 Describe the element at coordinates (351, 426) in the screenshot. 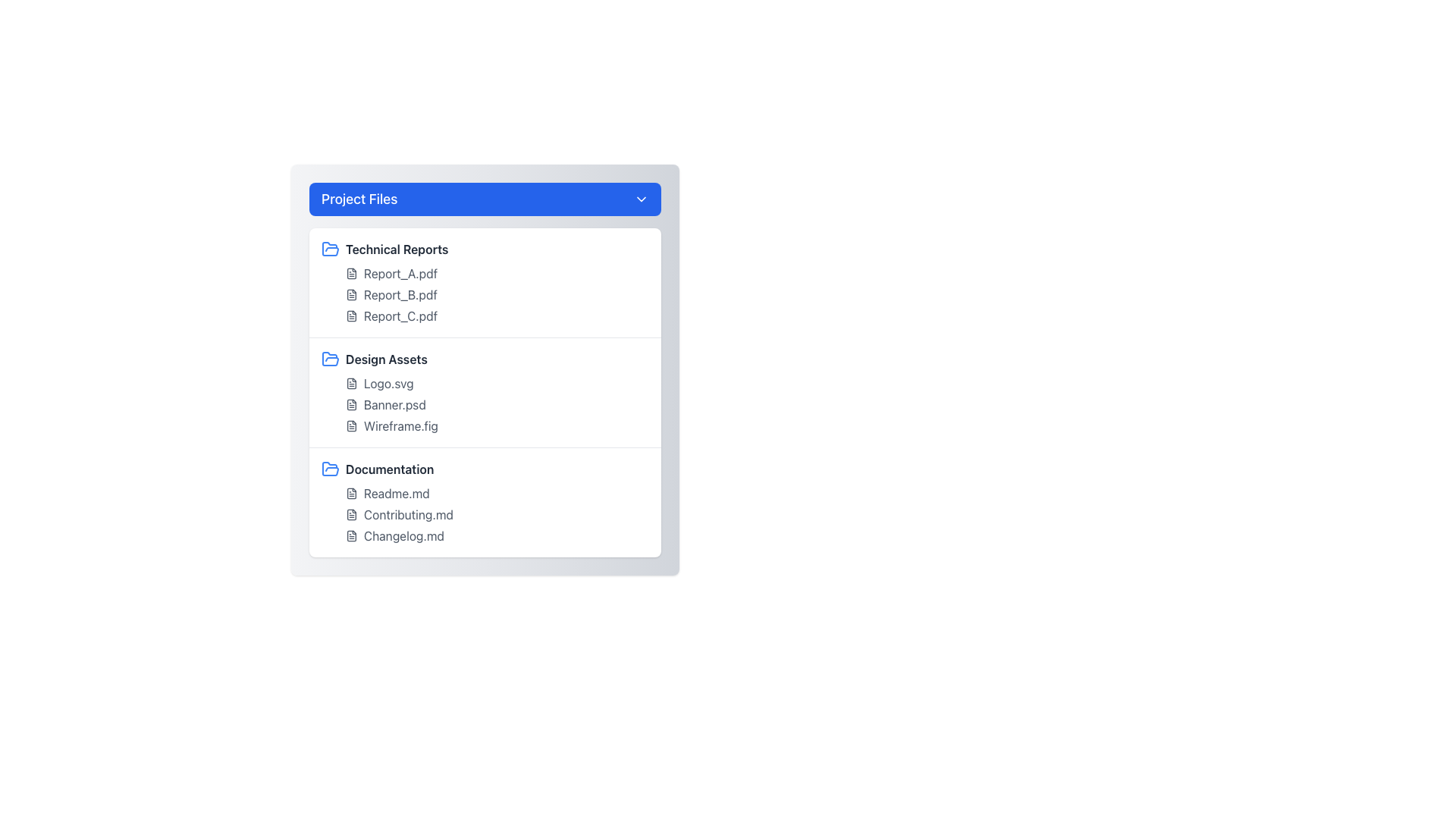

I see `the file icon representing 'Wireframe.fig' in the 'Design Assets' section` at that location.